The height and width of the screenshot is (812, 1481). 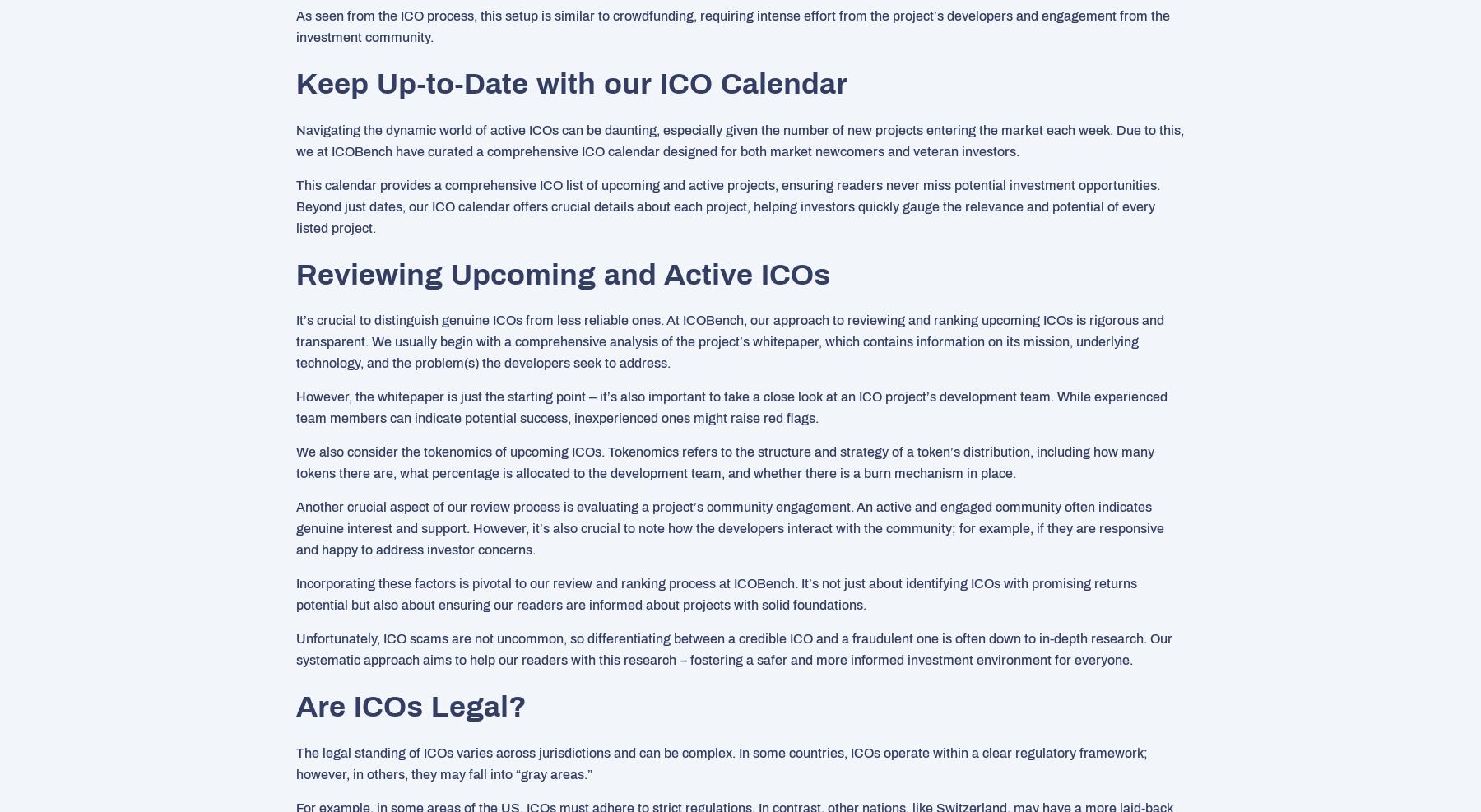 What do you see at coordinates (562, 273) in the screenshot?
I see `'Reviewing Upcoming and Active ICOs'` at bounding box center [562, 273].